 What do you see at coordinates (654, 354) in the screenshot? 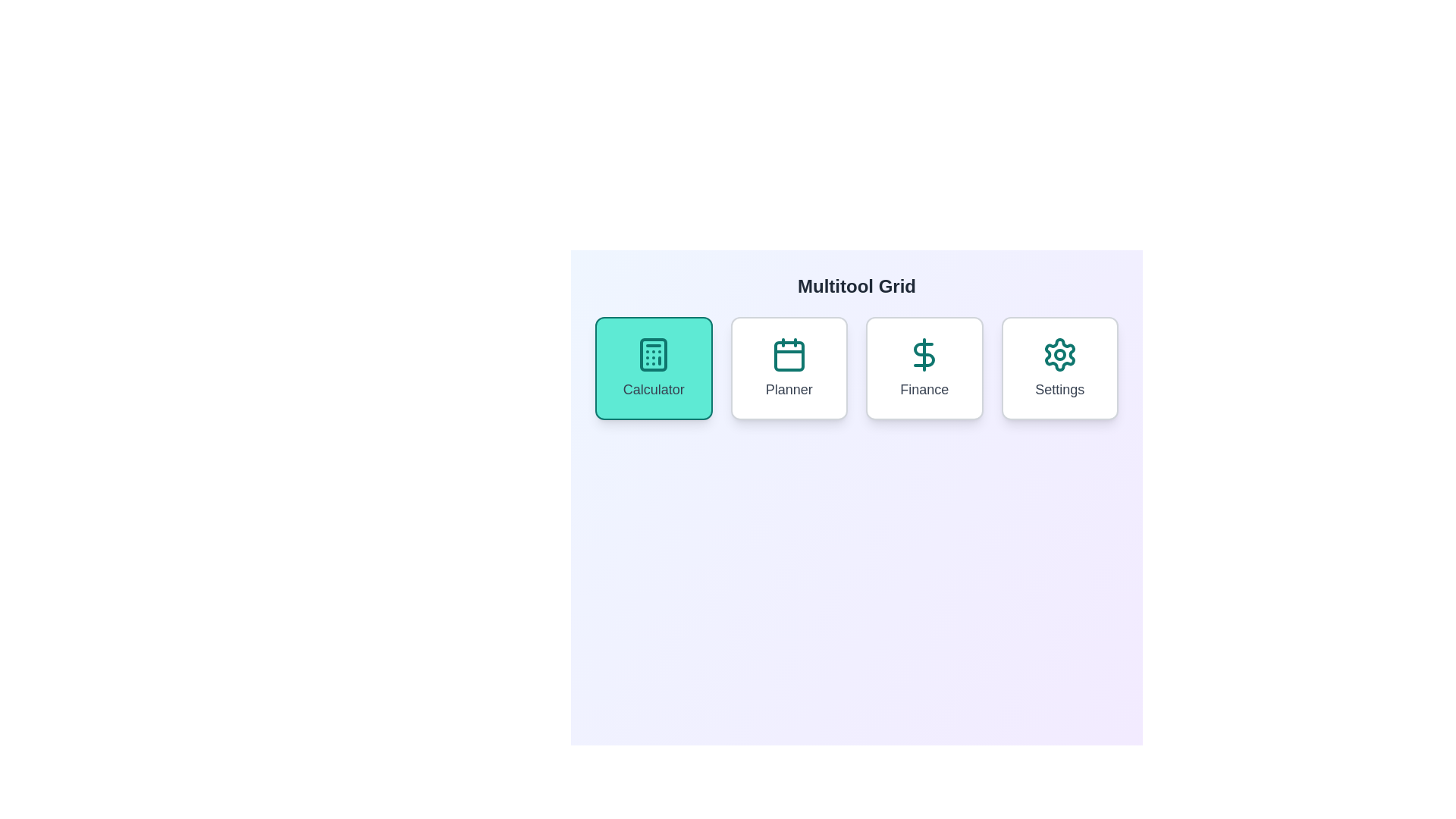
I see `the small rectangular Icon component inside the calculator icon, located under the 'Calculator' label in the first column of the grid` at bounding box center [654, 354].